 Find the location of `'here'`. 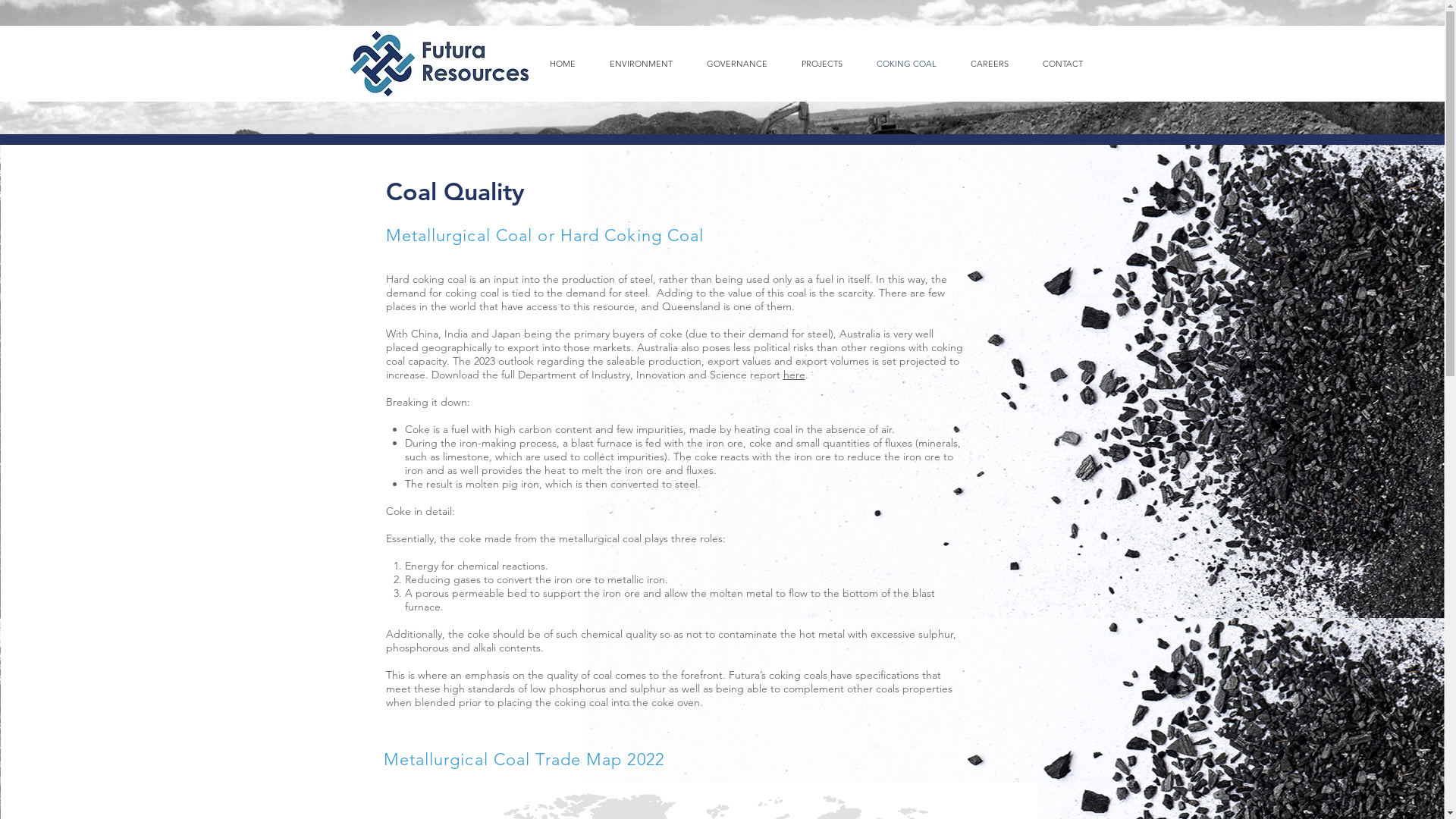

'here' is located at coordinates (792, 374).